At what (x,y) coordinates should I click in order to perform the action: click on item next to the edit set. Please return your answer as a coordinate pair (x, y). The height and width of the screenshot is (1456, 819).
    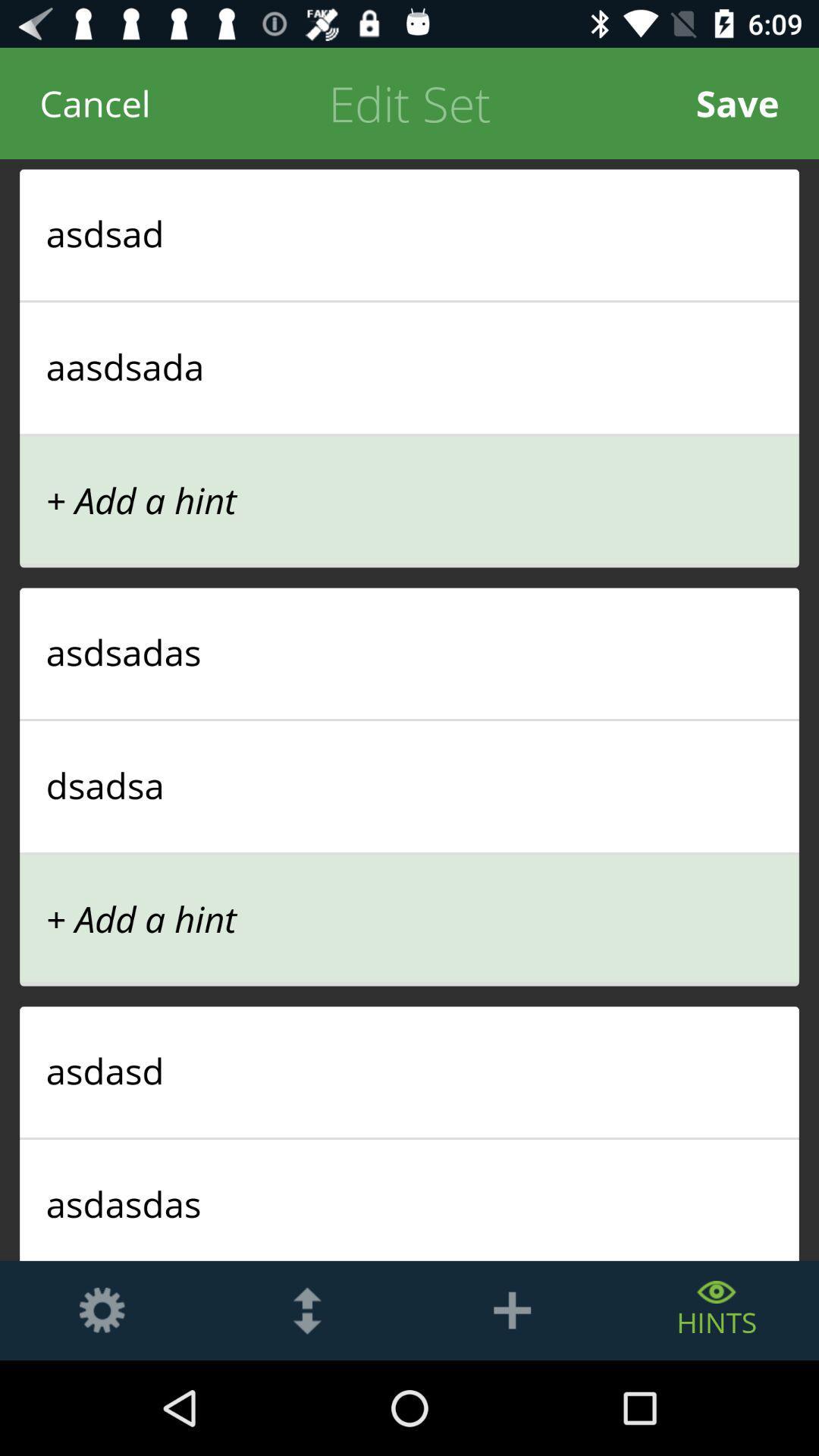
    Looking at the image, I should click on (95, 102).